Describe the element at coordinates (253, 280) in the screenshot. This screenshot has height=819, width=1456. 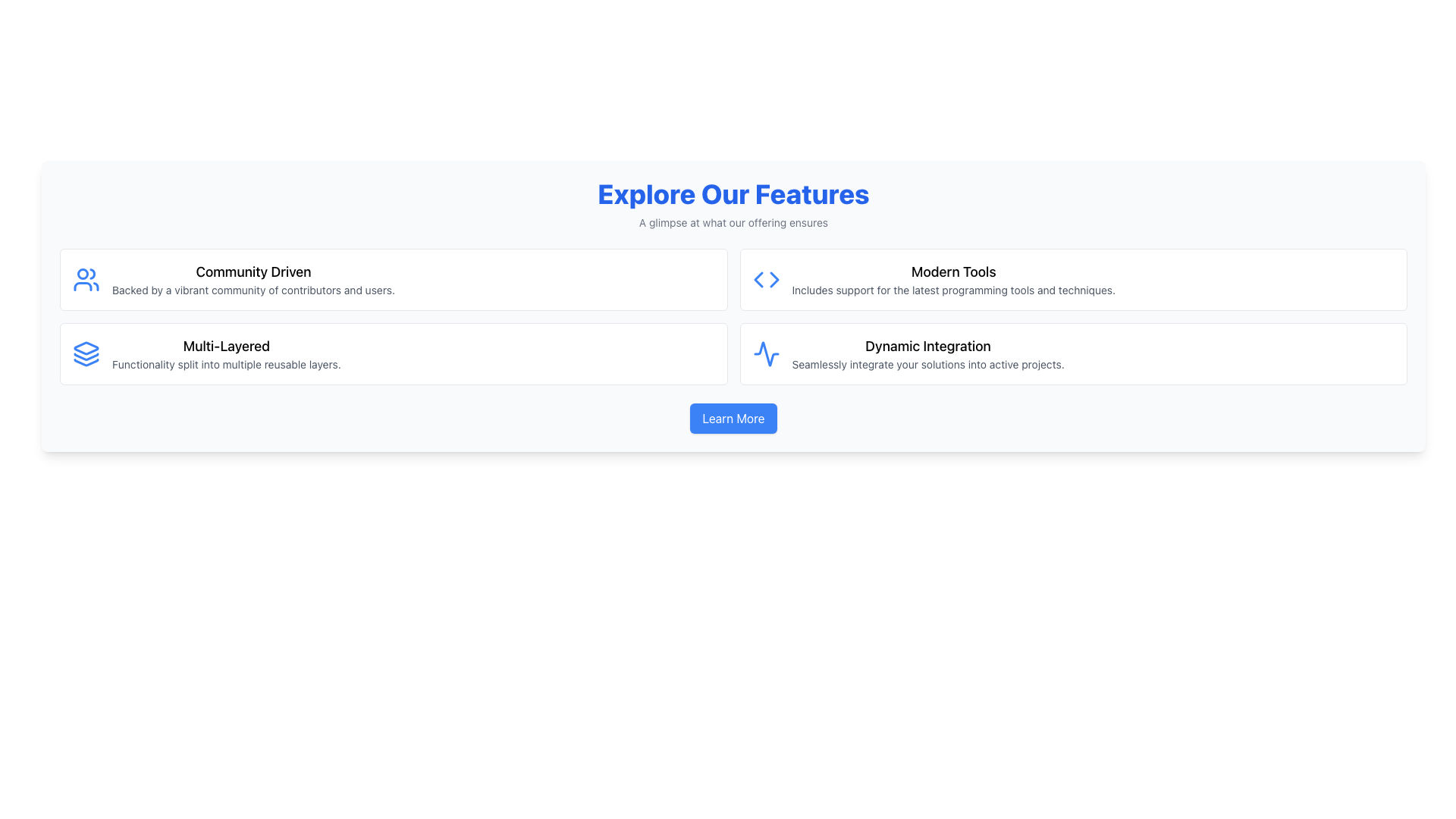
I see `text content of the Text Block titled 'Community Driven', which contains the description 'Backed by a vibrant community of contributors and users.'` at that location.